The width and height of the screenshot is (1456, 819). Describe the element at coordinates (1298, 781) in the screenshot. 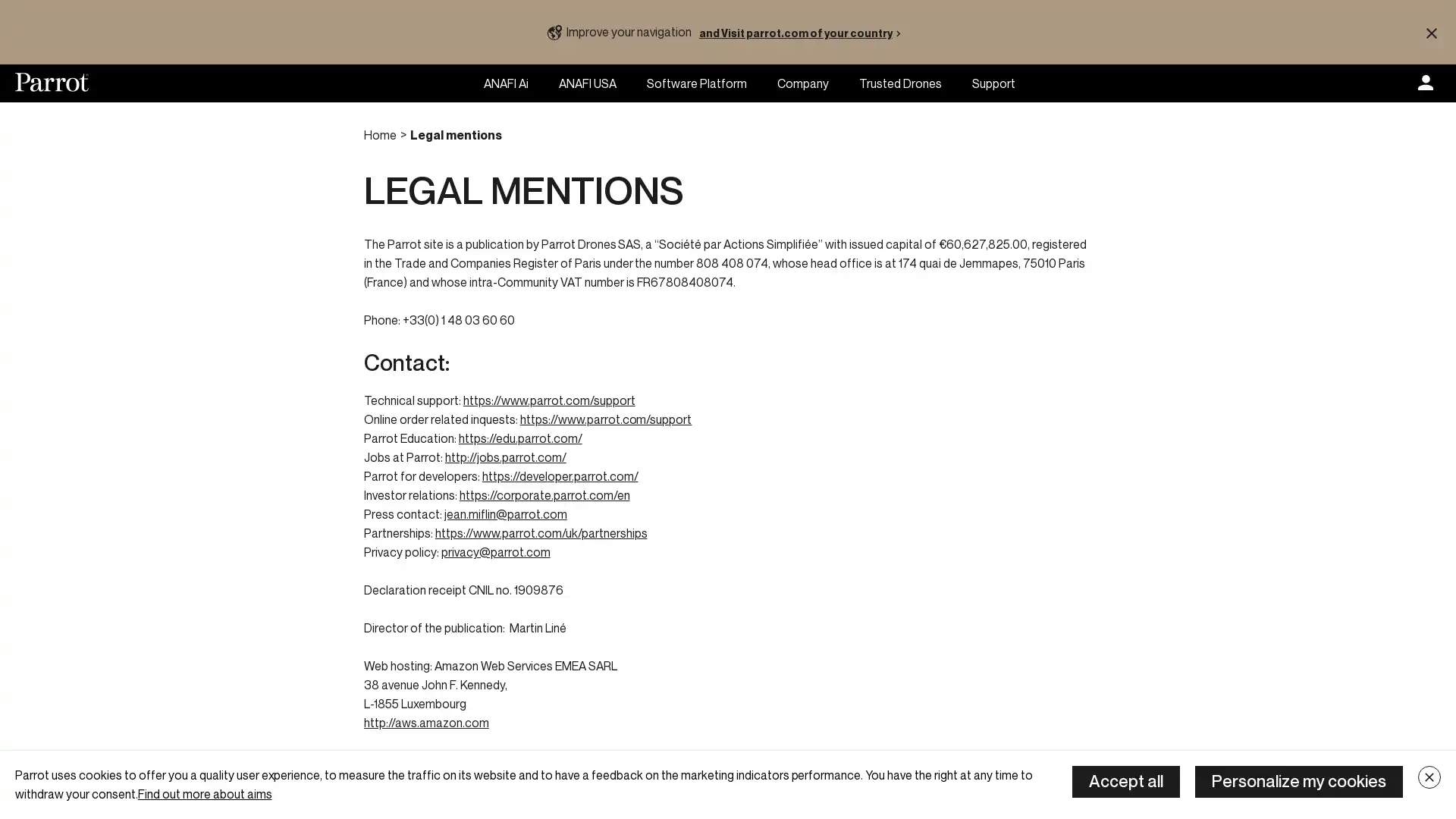

I see `Personalize my cookies` at that location.